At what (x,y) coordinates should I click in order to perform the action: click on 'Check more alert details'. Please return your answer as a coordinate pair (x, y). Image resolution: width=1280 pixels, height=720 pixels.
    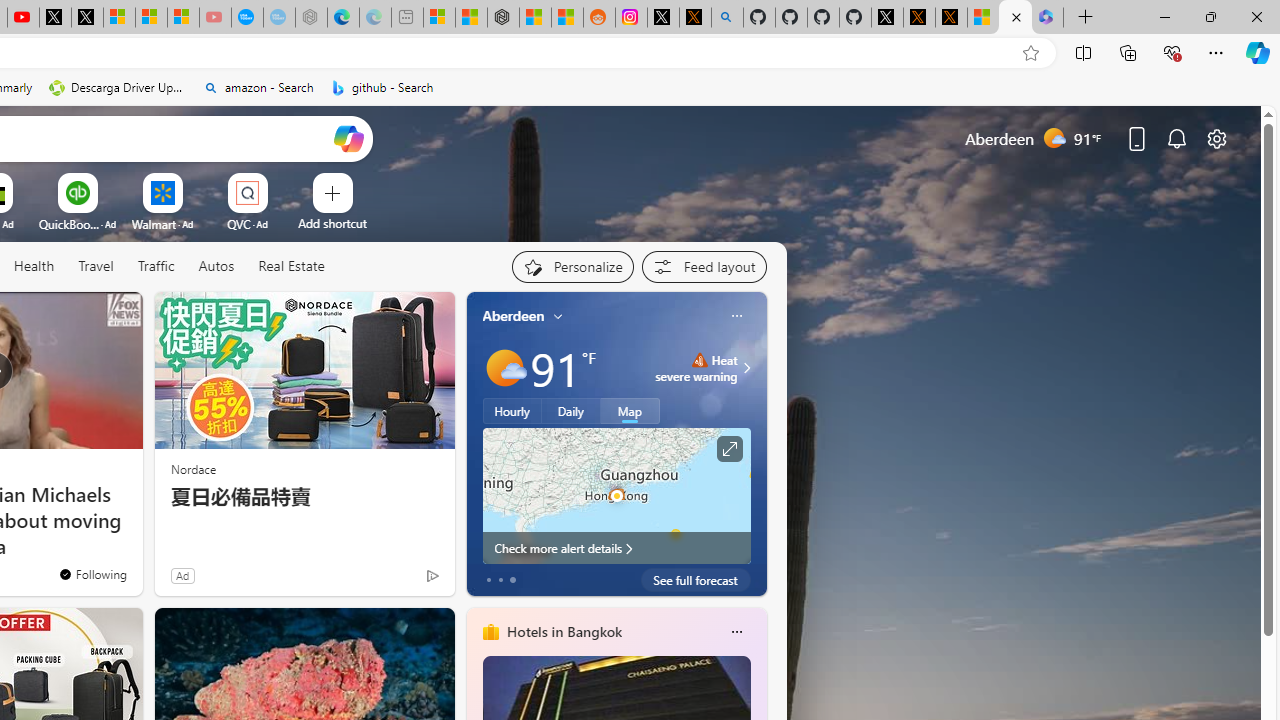
    Looking at the image, I should click on (615, 547).